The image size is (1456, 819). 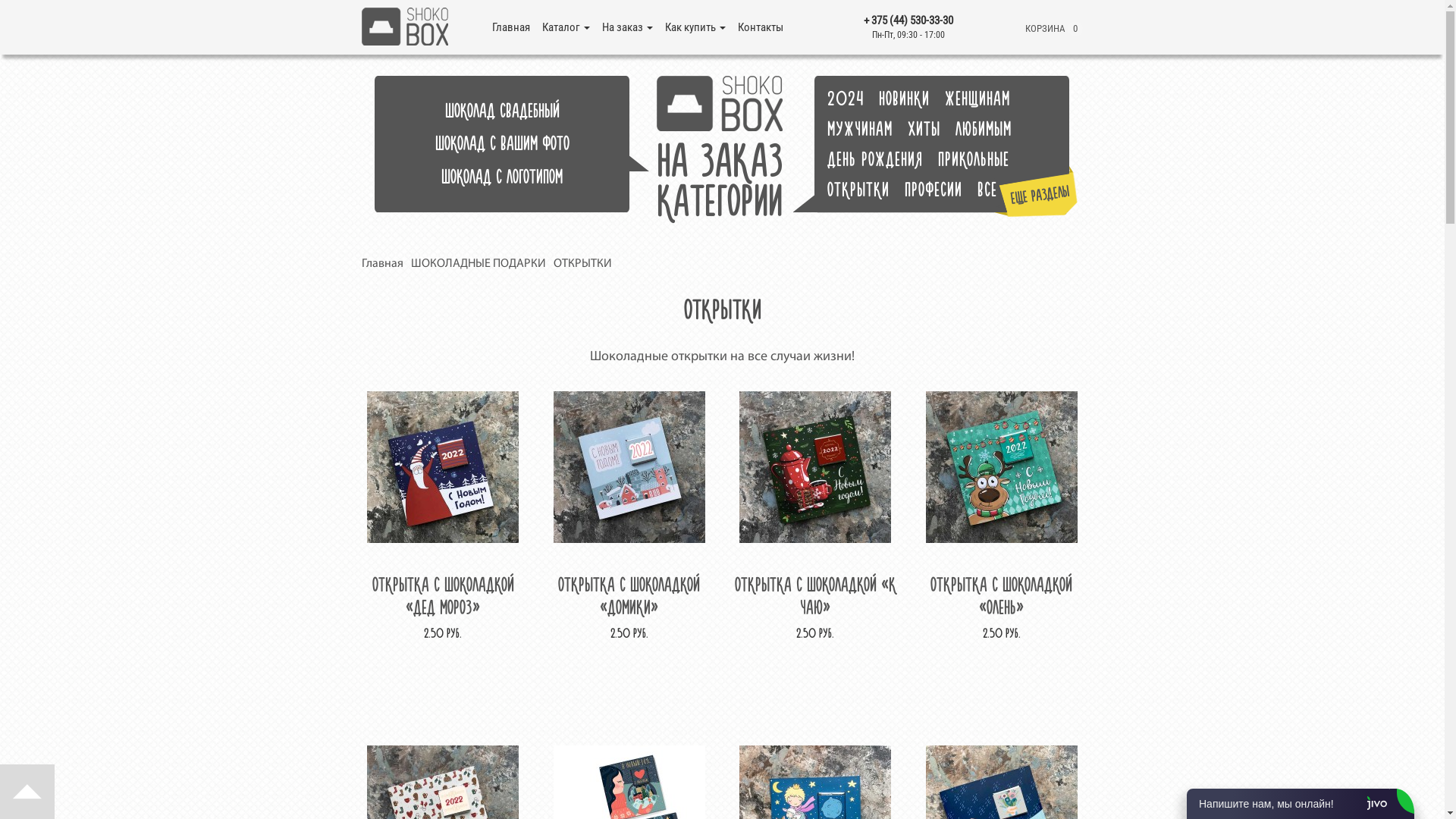 What do you see at coordinates (852, 99) in the screenshot?
I see `'2024'` at bounding box center [852, 99].